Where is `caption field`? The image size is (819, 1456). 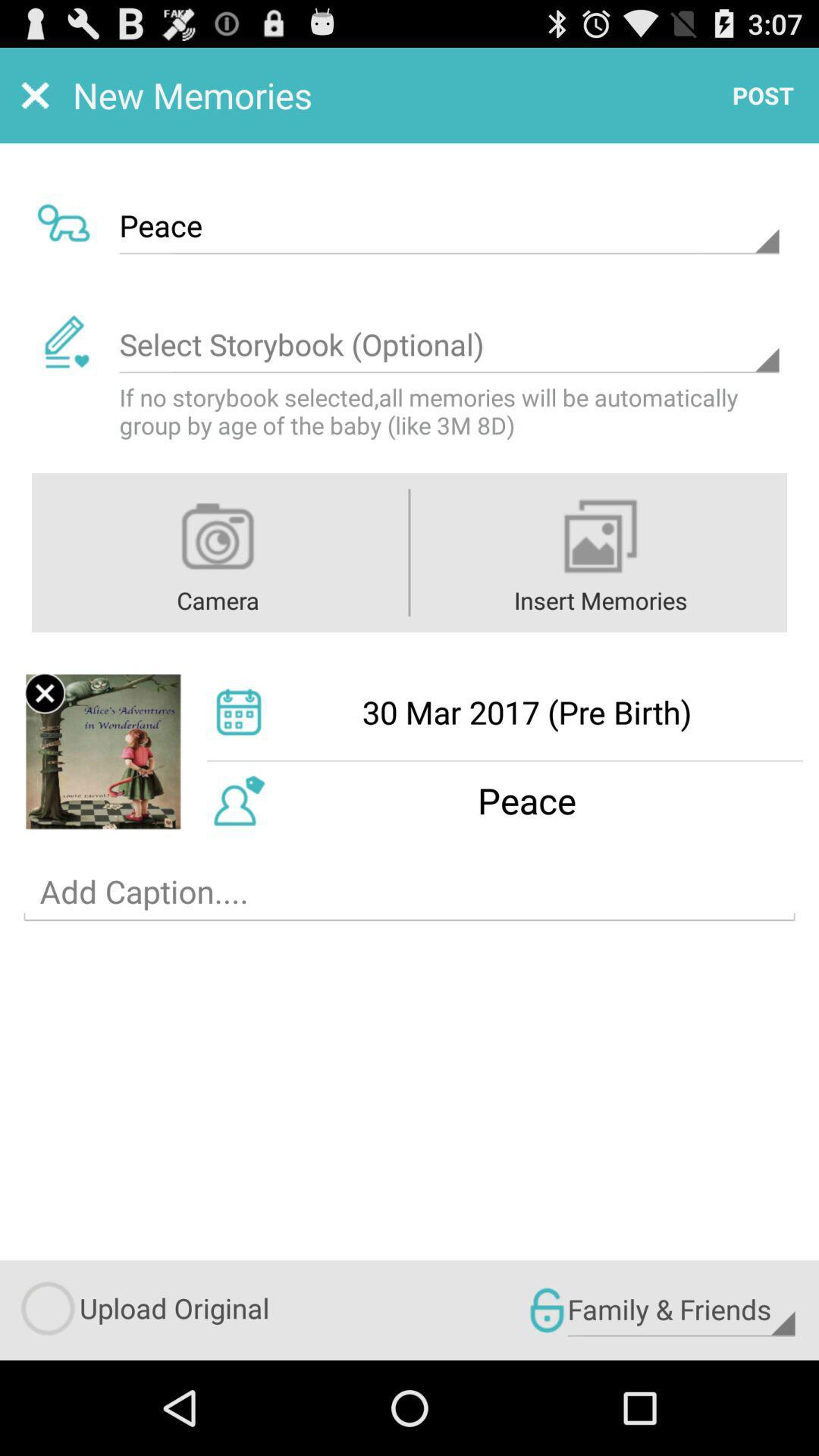 caption field is located at coordinates (409, 892).